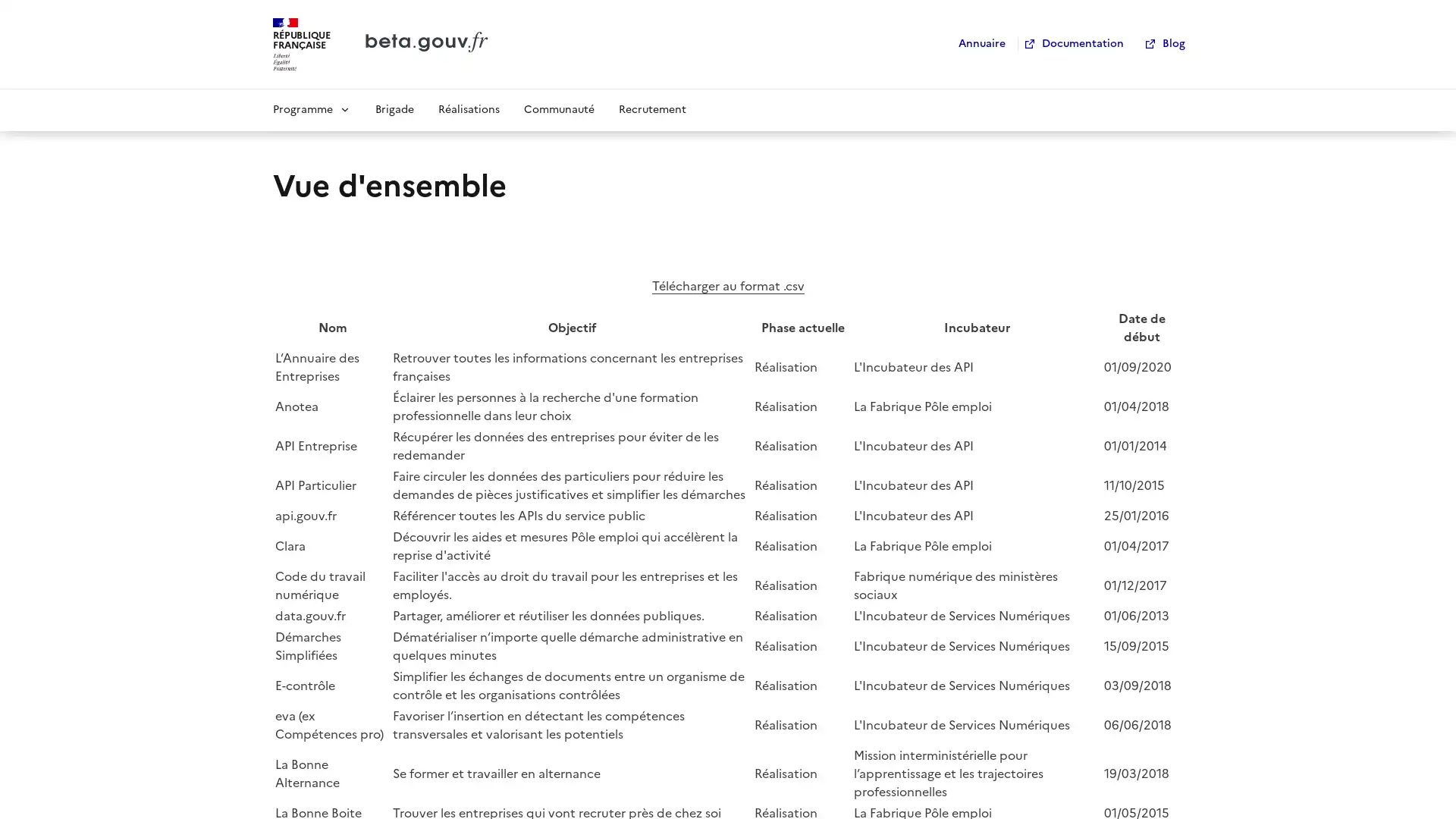  What do you see at coordinates (311, 108) in the screenshot?
I see `Programme` at bounding box center [311, 108].